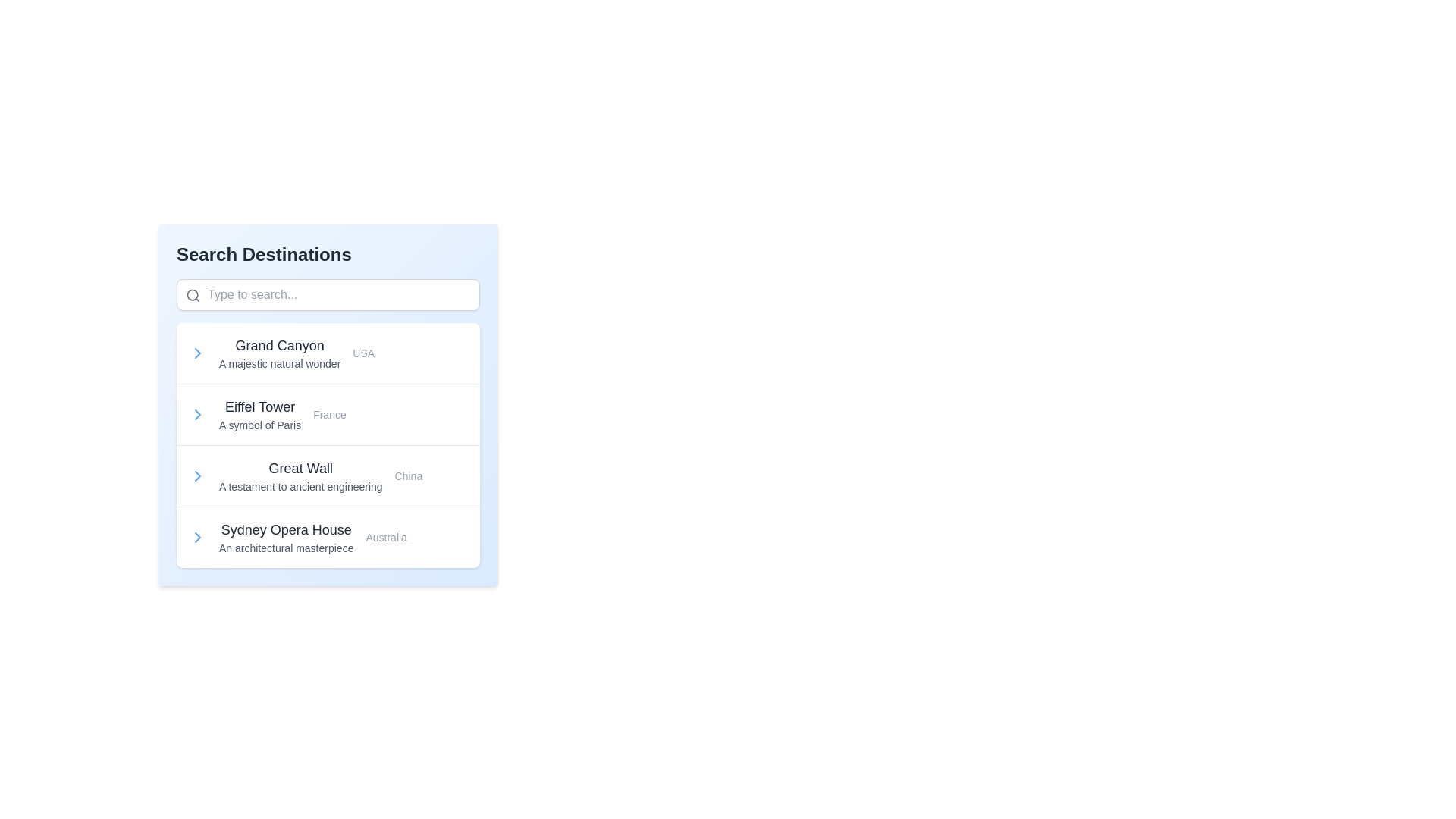 This screenshot has height=819, width=1456. I want to click on the non-interactive text label indicating the geographic location 'Australia' associated with the Sydney Opera House, located to the far-right of the entry adjacent to 'An architectural masterpiece', so click(386, 537).